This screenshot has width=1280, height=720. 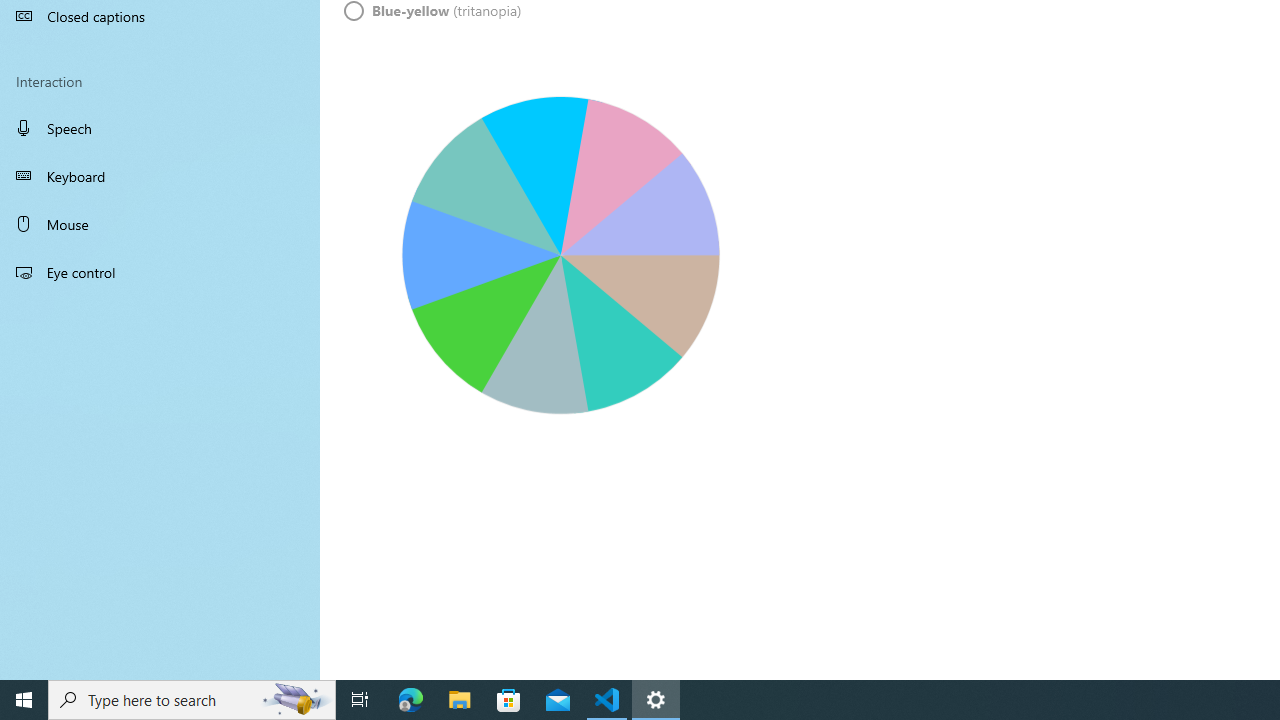 I want to click on 'Task View', so click(x=359, y=698).